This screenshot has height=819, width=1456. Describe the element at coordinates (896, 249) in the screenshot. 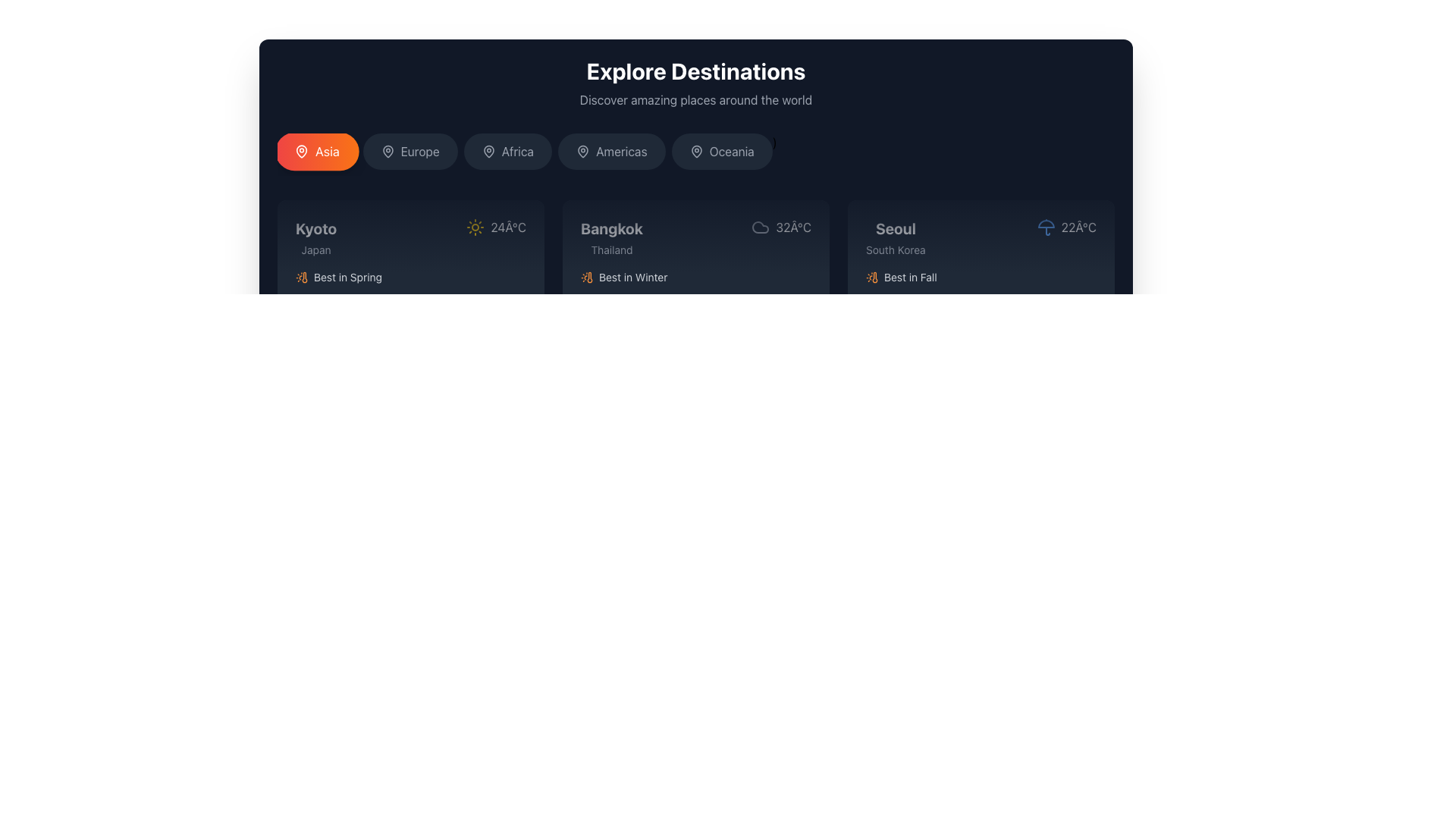

I see `the Text Label providing geographical information about the main destination 'Seoul', located within the card layout under the prominently styled text` at that location.